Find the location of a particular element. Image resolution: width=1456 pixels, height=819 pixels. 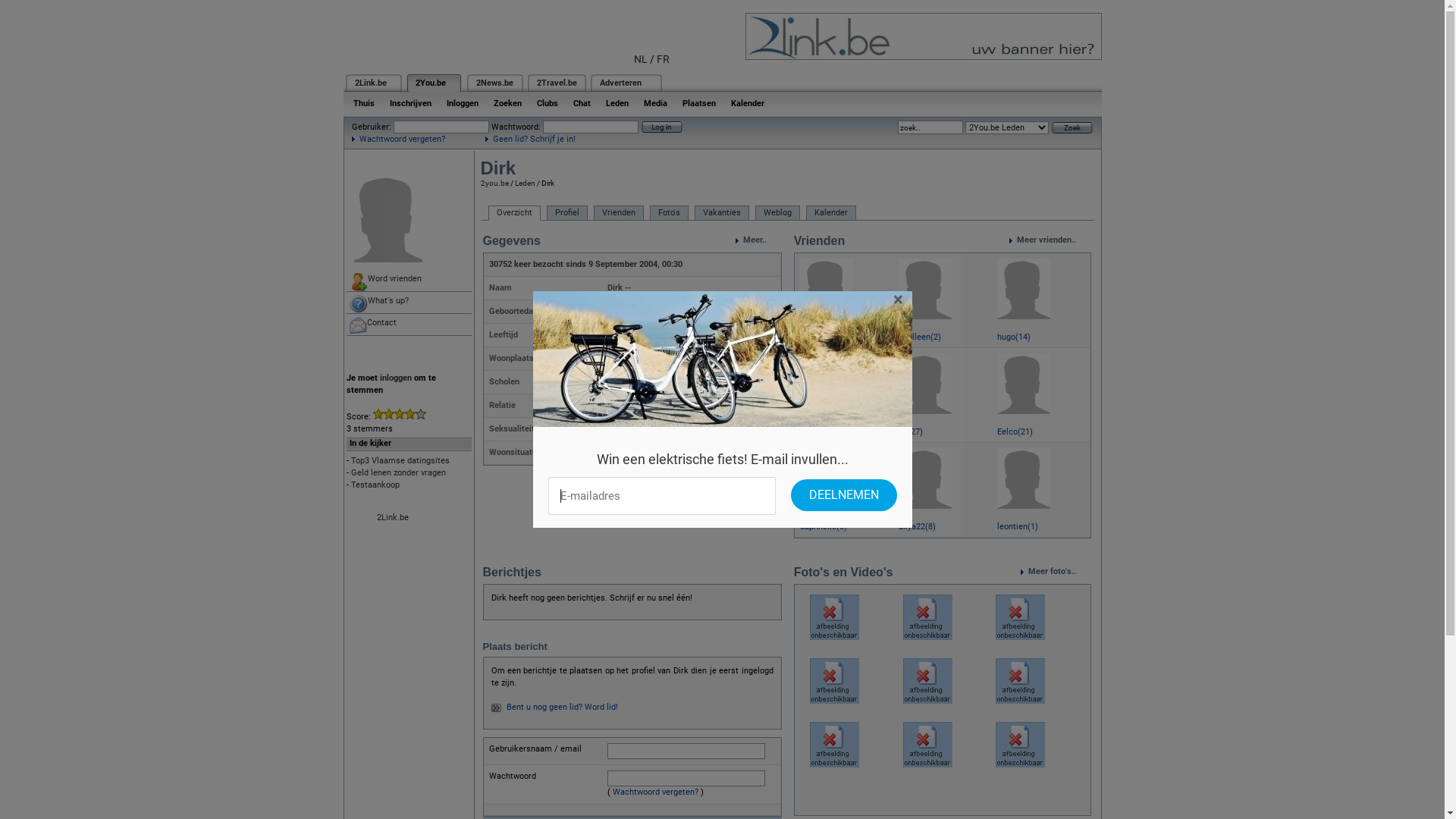

'Contact' is located at coordinates (345, 324).